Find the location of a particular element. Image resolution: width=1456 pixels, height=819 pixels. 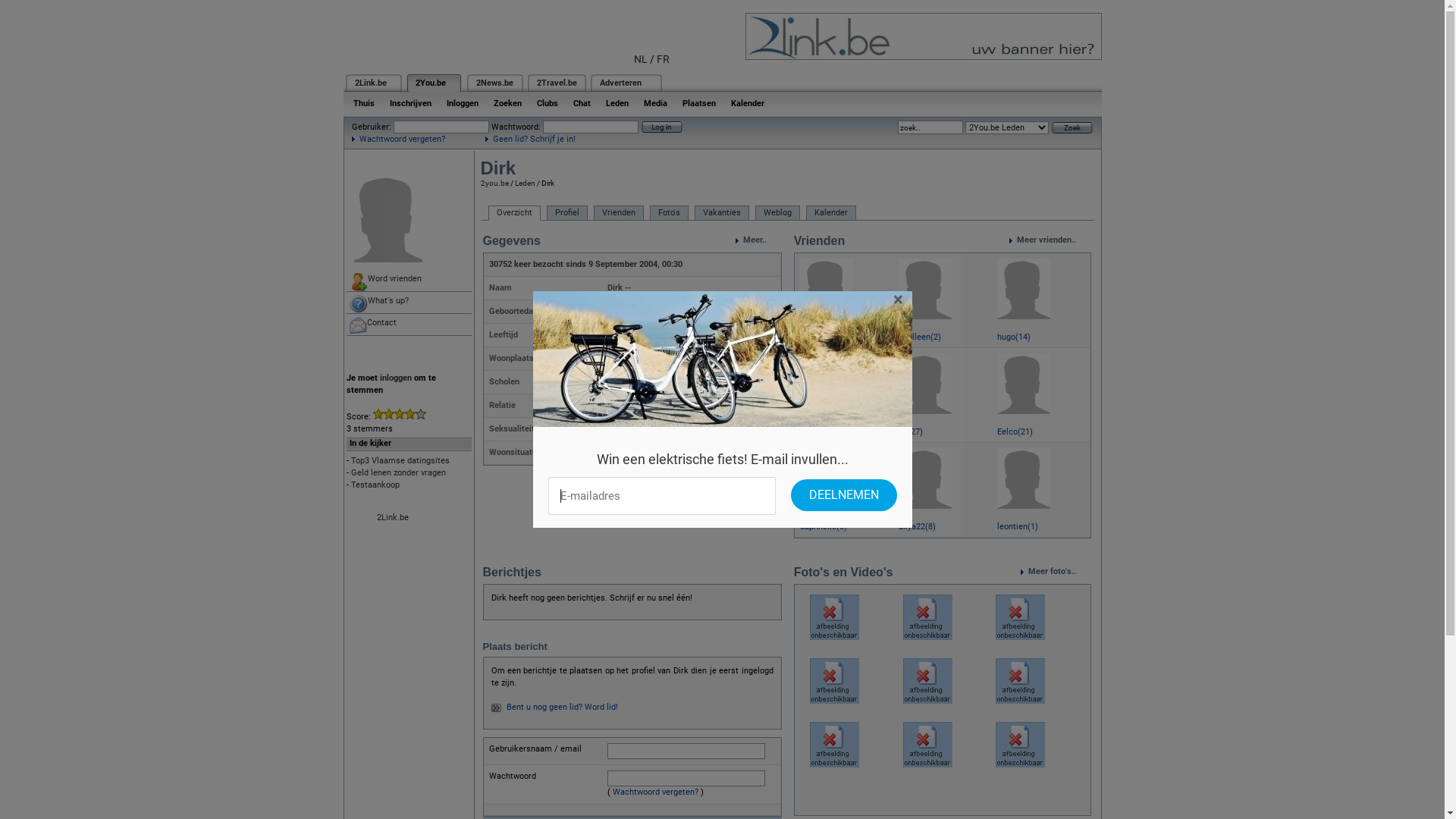

'Contact' is located at coordinates (345, 324).